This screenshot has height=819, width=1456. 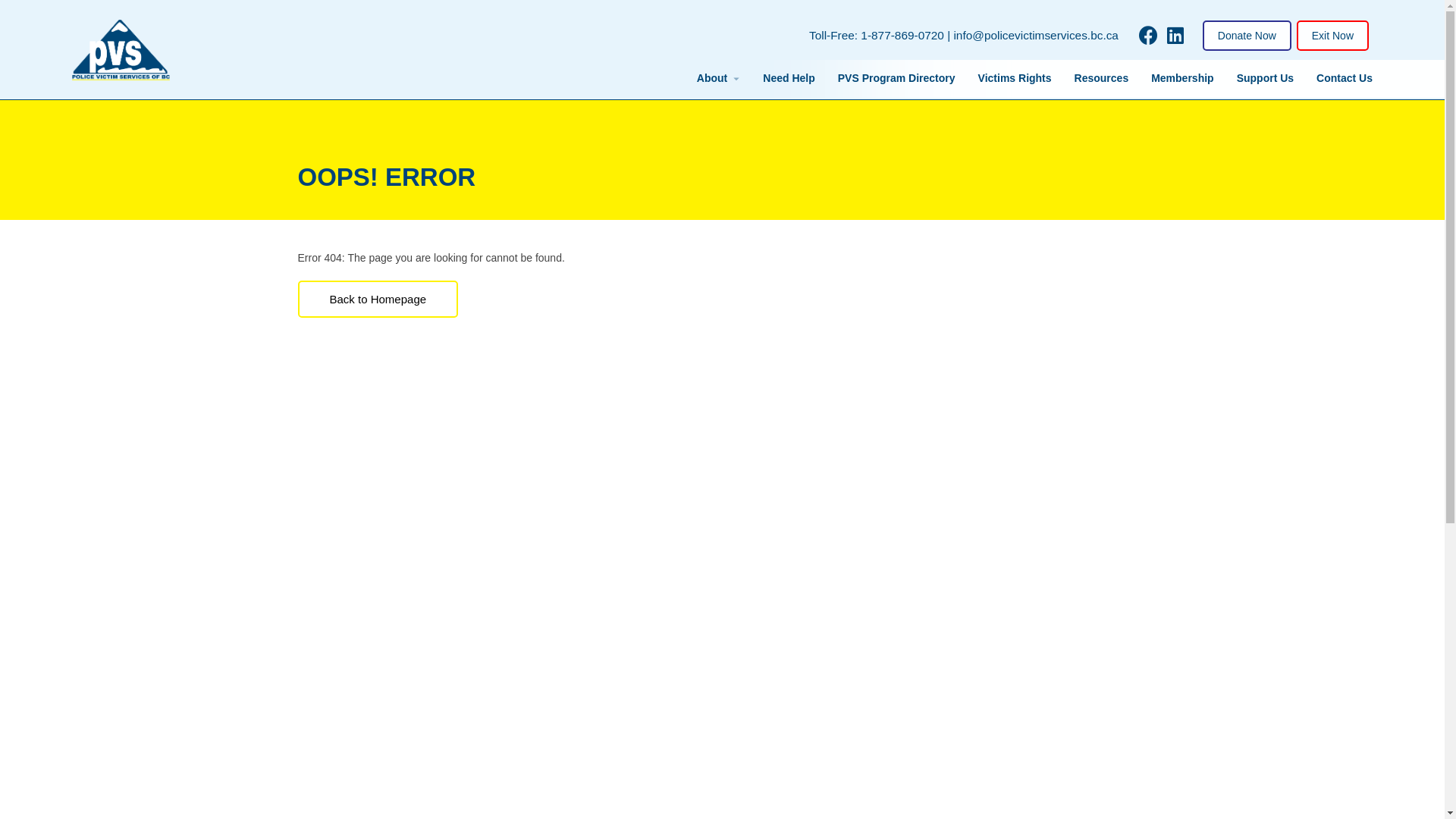 I want to click on 'PVS Program Directory', so click(x=896, y=78).